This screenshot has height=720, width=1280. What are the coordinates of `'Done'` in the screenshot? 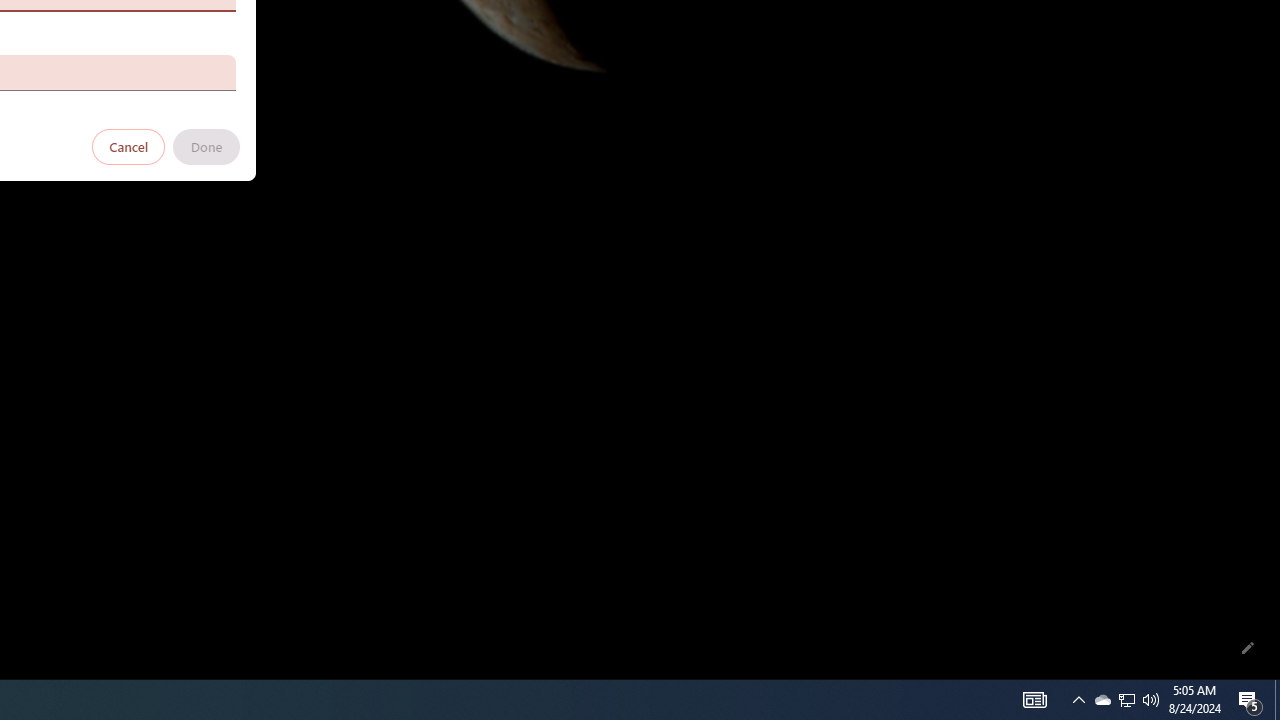 It's located at (206, 145).